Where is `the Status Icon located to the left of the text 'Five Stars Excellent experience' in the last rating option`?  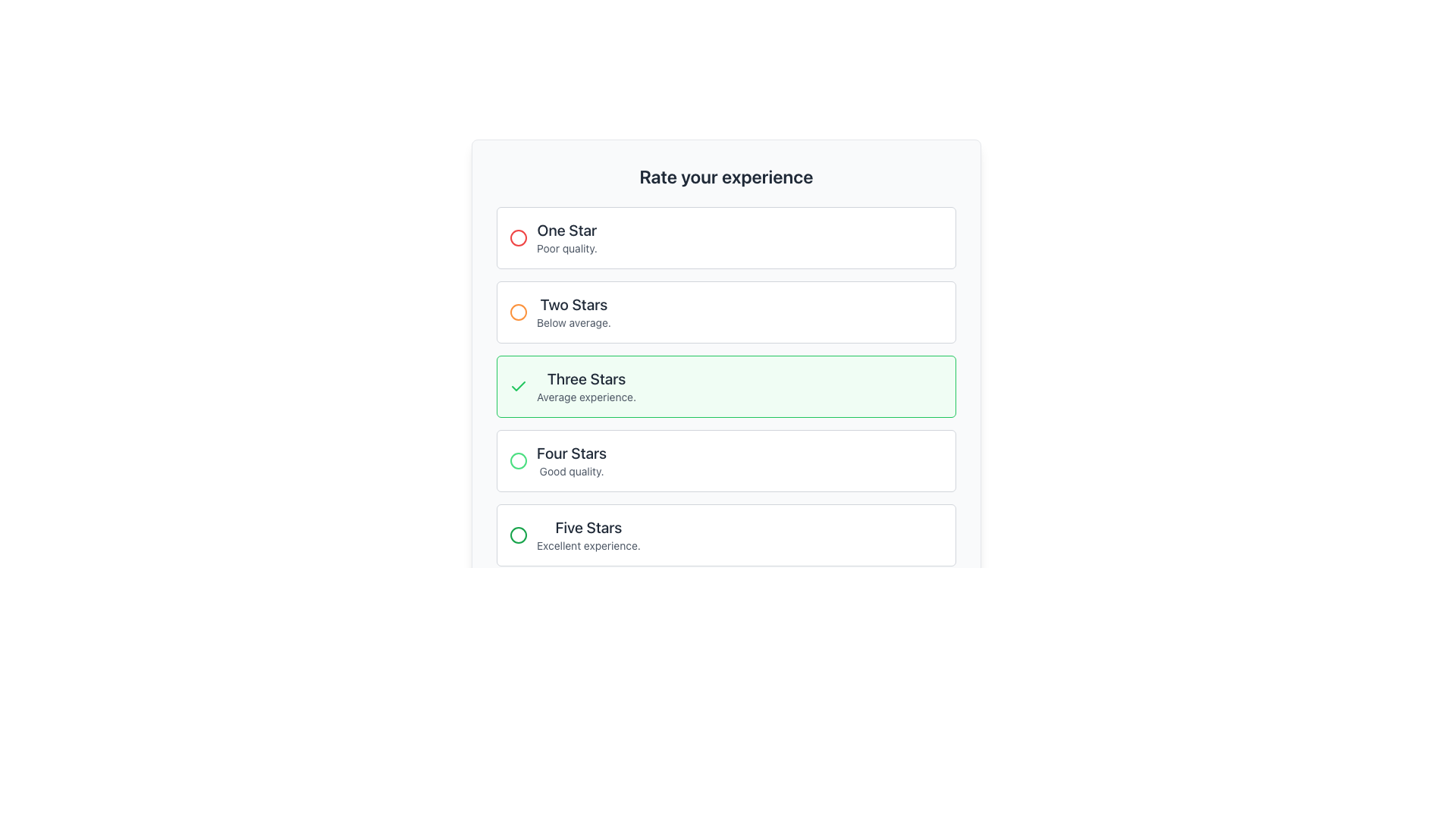
the Status Icon located to the left of the text 'Five Stars Excellent experience' in the last rating option is located at coordinates (519, 534).